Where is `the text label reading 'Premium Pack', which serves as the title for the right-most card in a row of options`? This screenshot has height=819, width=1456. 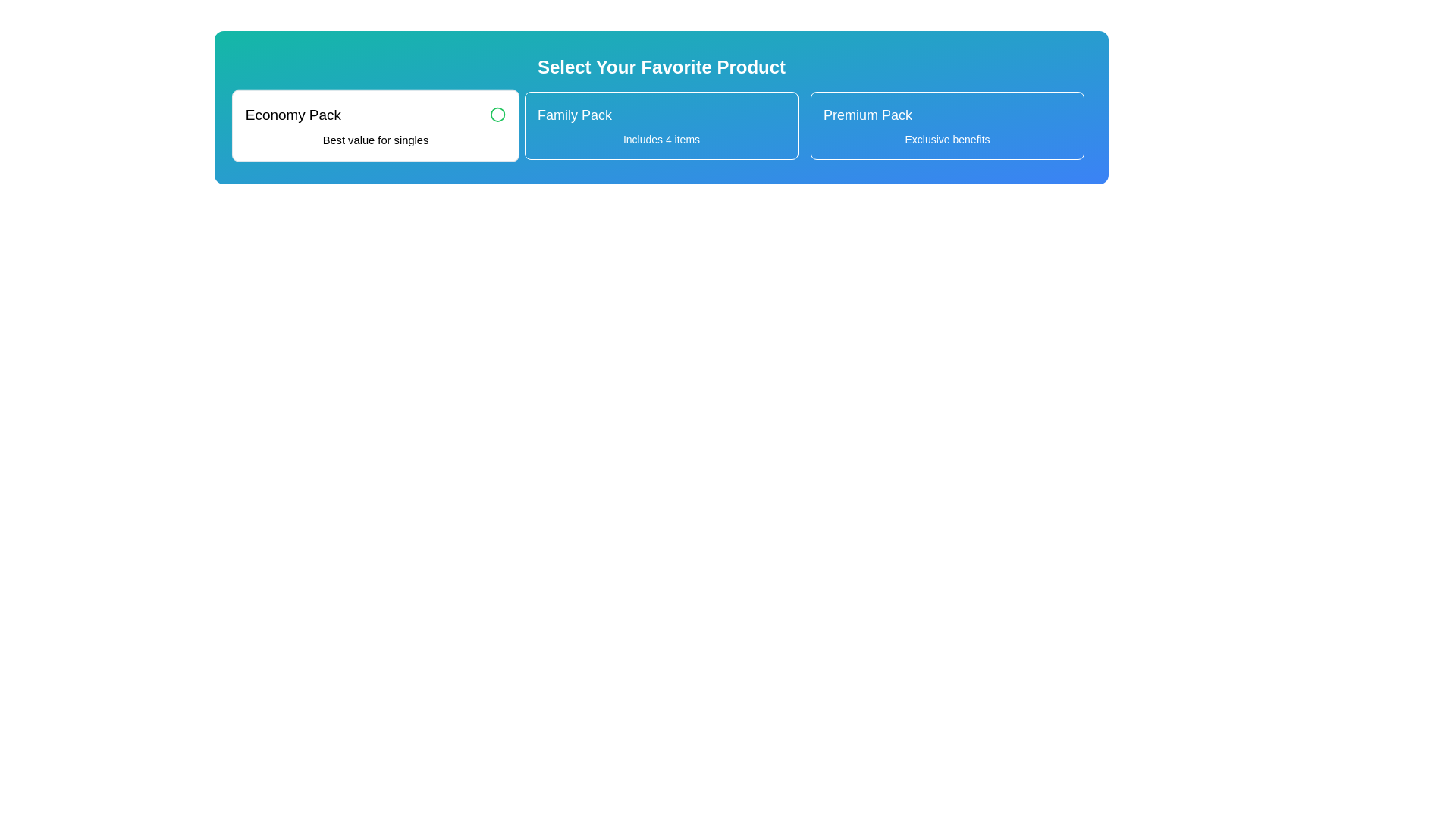
the text label reading 'Premium Pack', which serves as the title for the right-most card in a row of options is located at coordinates (868, 114).